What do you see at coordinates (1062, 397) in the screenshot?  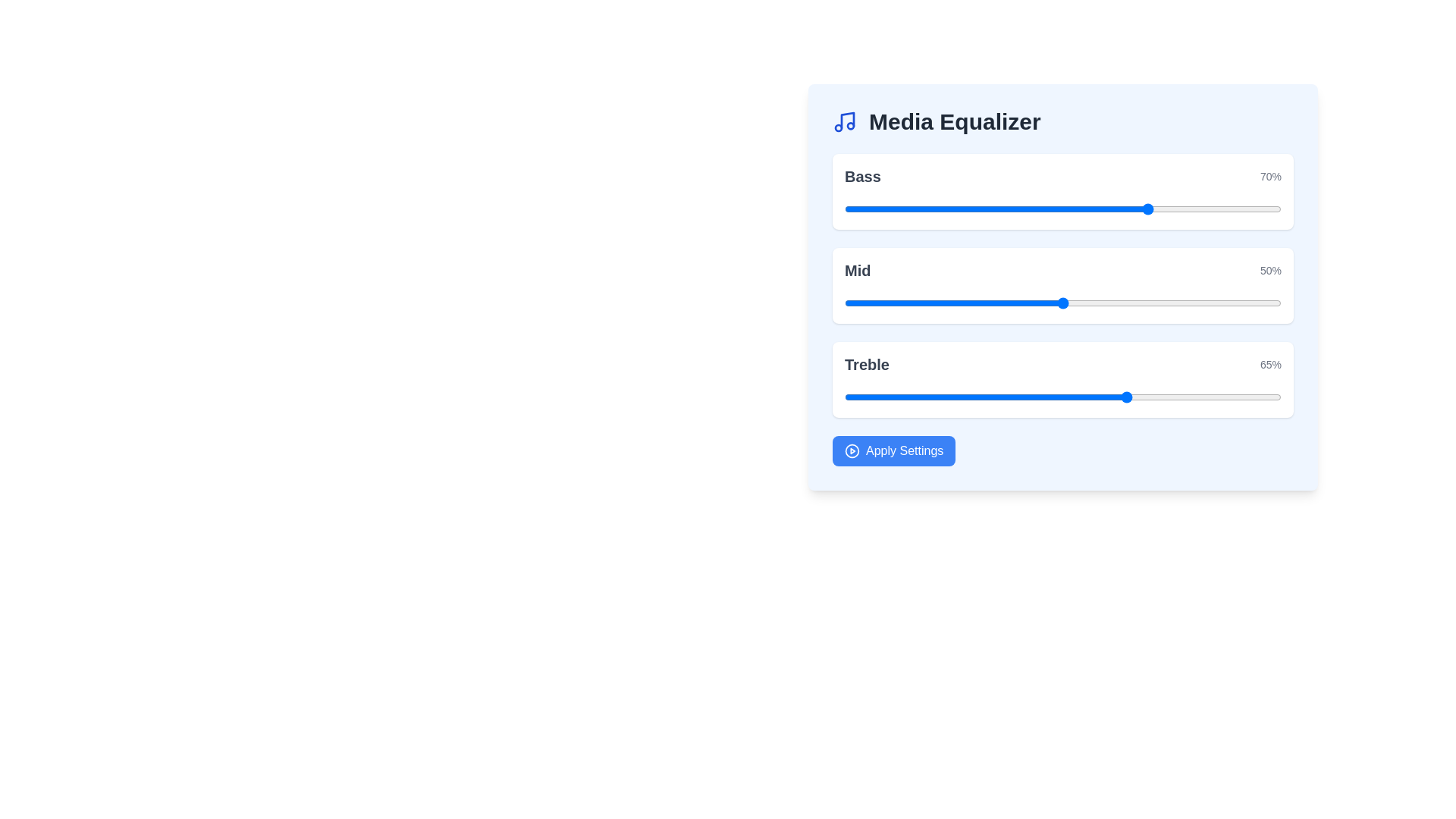 I see `the handle of the horizontal range slider located beneath the 'Treble' label, currently positioned at 65%` at bounding box center [1062, 397].